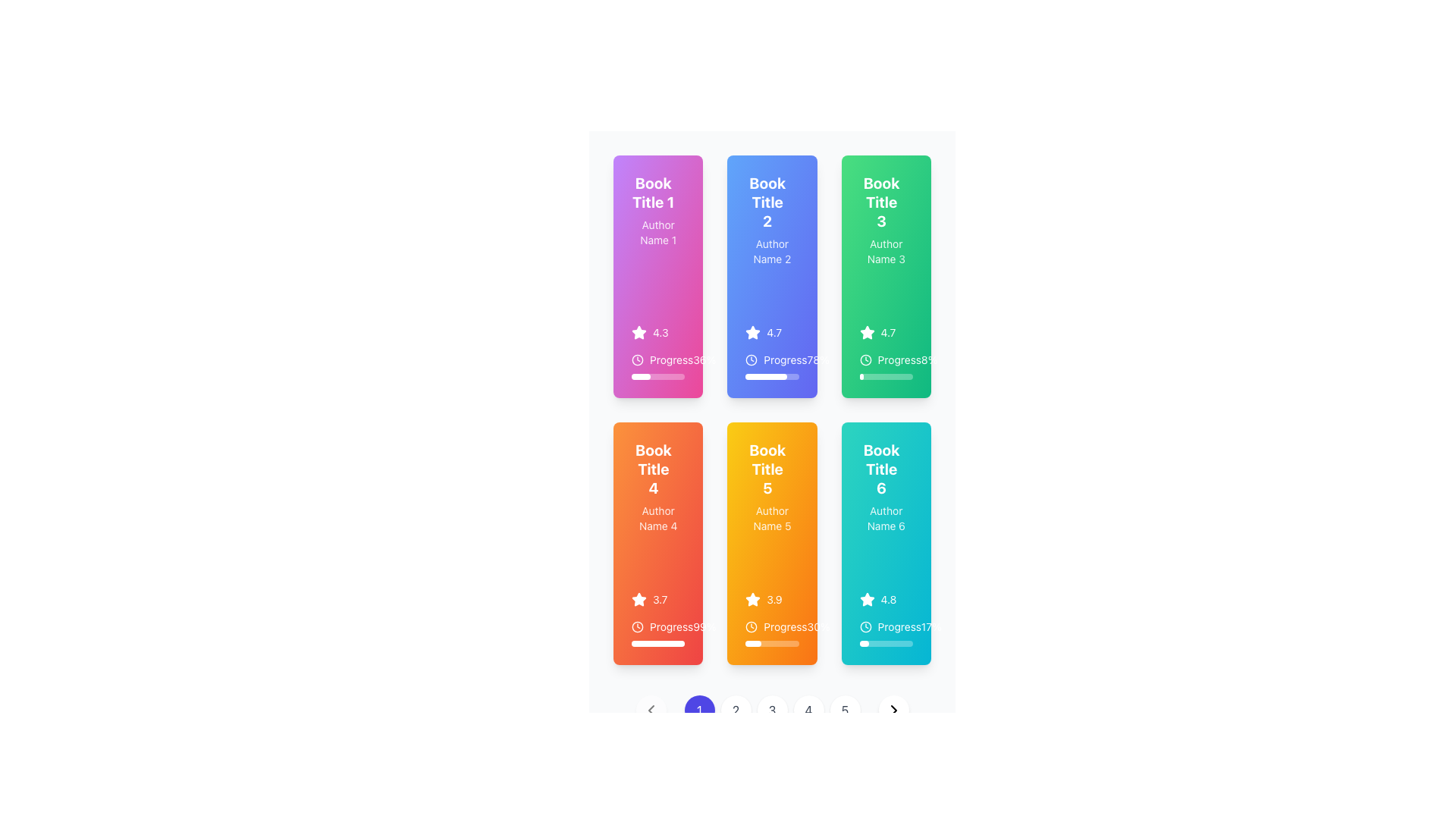 The height and width of the screenshot is (819, 1456). I want to click on properties of the label indicating completion status or progression located in the bottom section of the card labeled 'Book Title 6', to the right of the clock icon, so click(899, 626).